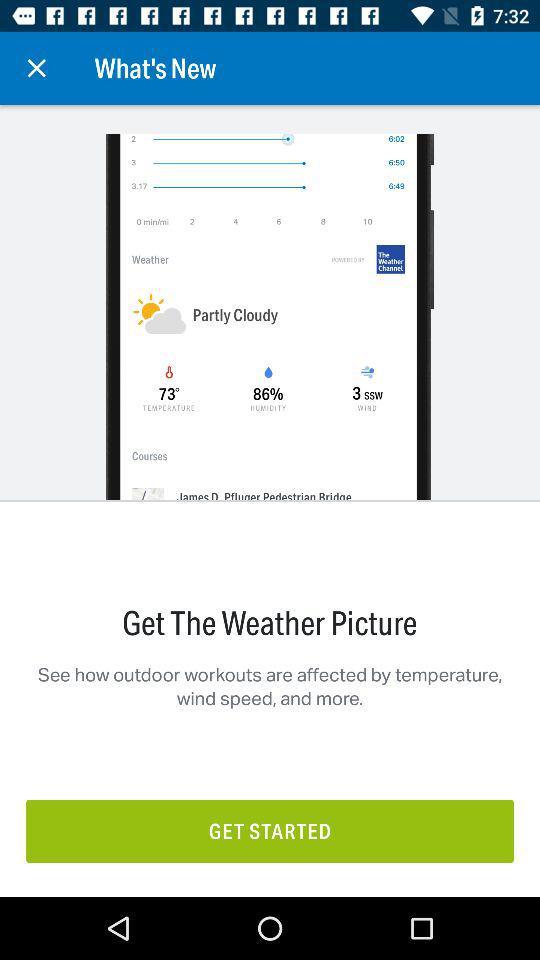 This screenshot has width=540, height=960. Describe the element at coordinates (270, 831) in the screenshot. I see `the item below the see how outdoor item` at that location.